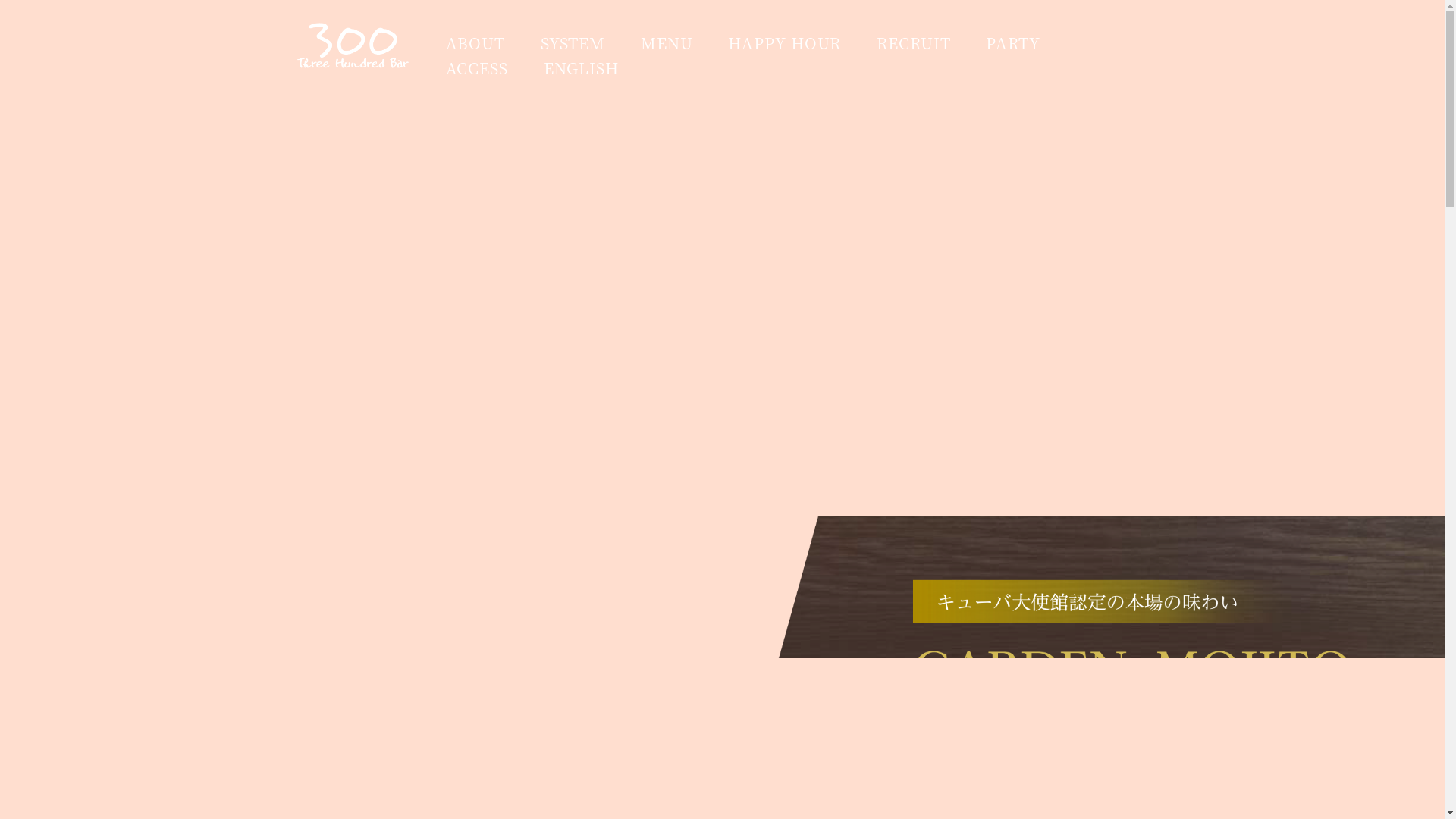 This screenshot has height=819, width=1456. Describe the element at coordinates (912, 42) in the screenshot. I see `'RECRUIT'` at that location.